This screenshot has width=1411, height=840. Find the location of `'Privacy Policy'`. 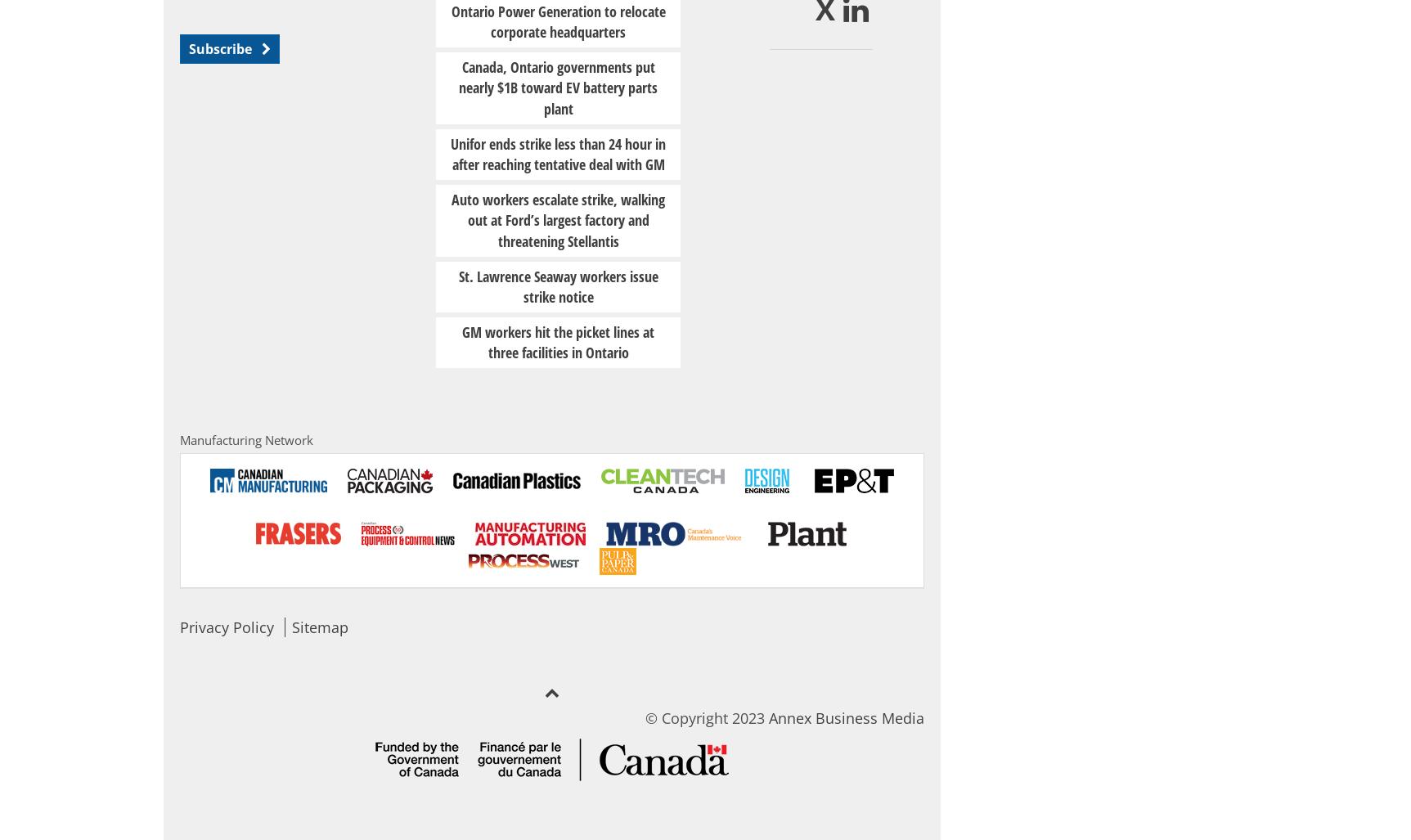

'Privacy Policy' is located at coordinates (226, 626).